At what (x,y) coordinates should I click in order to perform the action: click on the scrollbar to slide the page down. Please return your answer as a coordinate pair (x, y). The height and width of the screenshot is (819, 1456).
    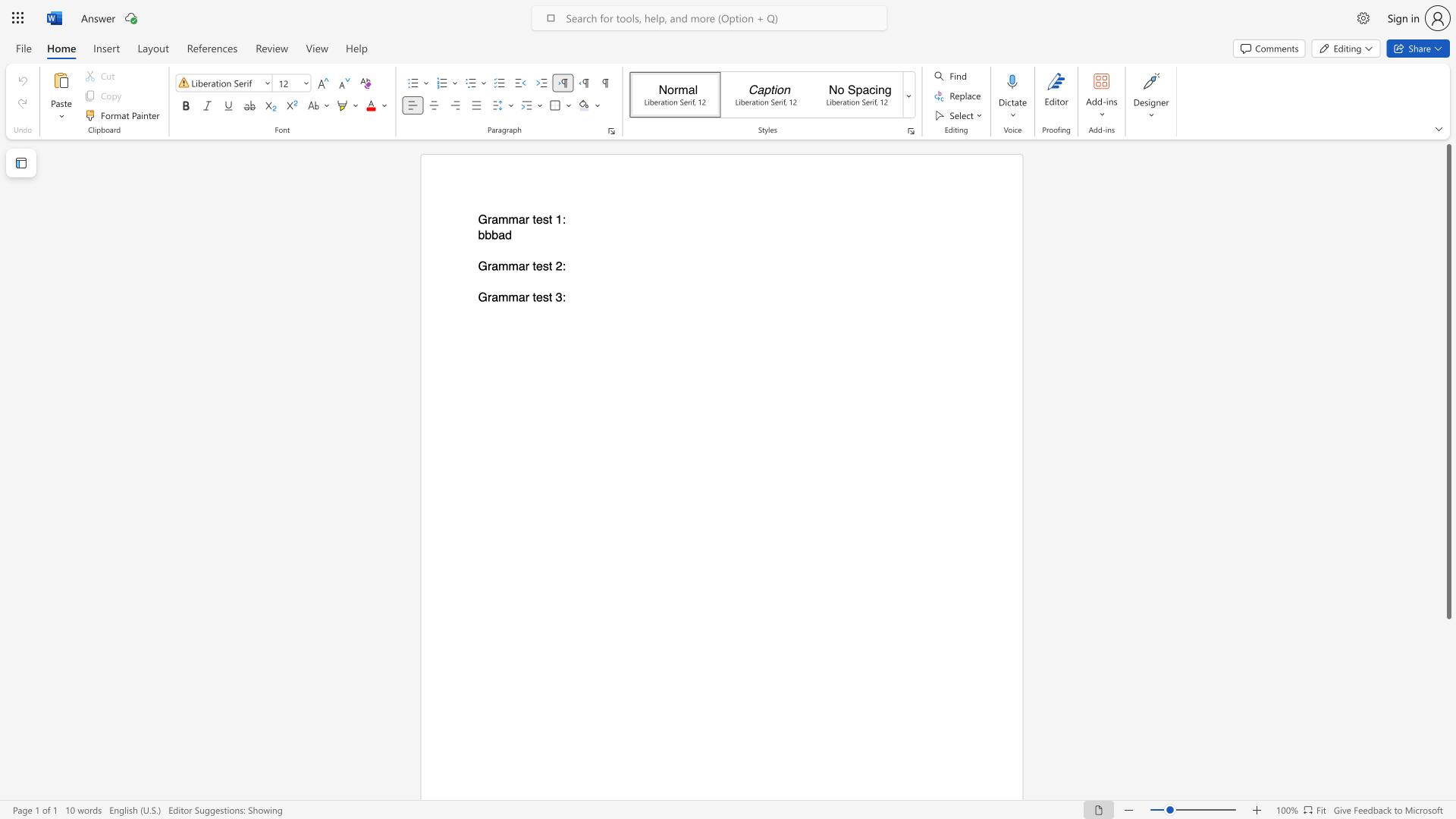
    Looking at the image, I should click on (1448, 719).